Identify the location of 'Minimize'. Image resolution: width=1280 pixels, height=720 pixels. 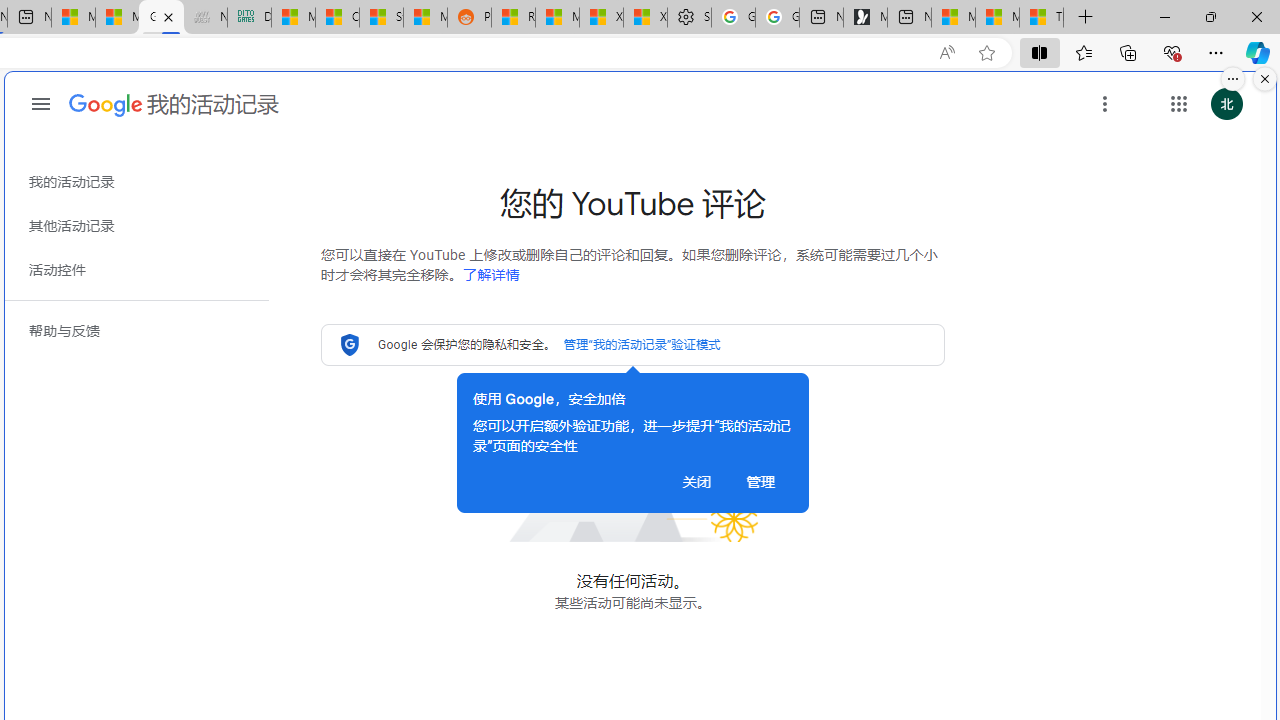
(1164, 16).